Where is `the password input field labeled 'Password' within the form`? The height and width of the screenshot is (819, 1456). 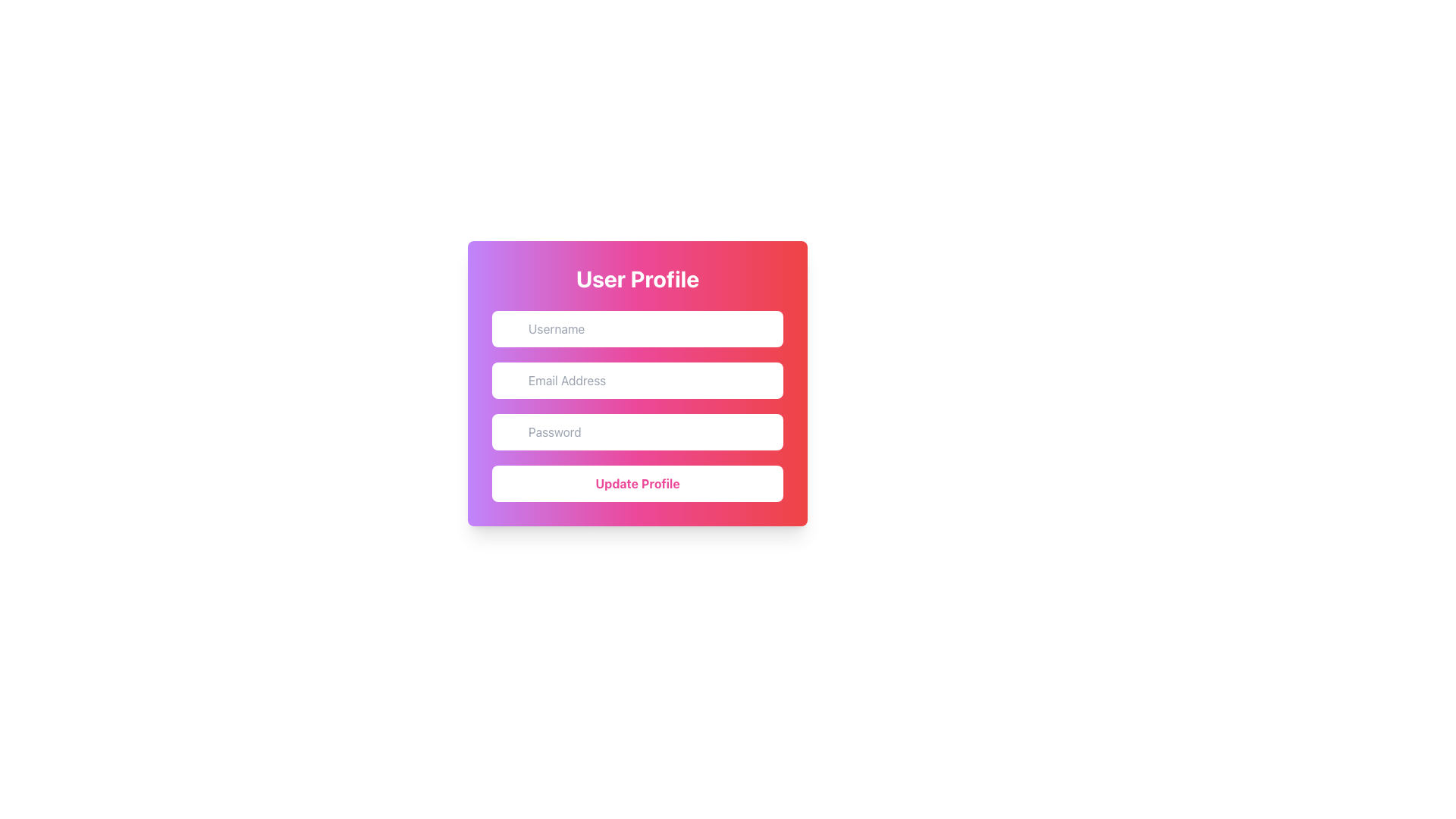
the password input field labeled 'Password' within the form is located at coordinates (637, 432).